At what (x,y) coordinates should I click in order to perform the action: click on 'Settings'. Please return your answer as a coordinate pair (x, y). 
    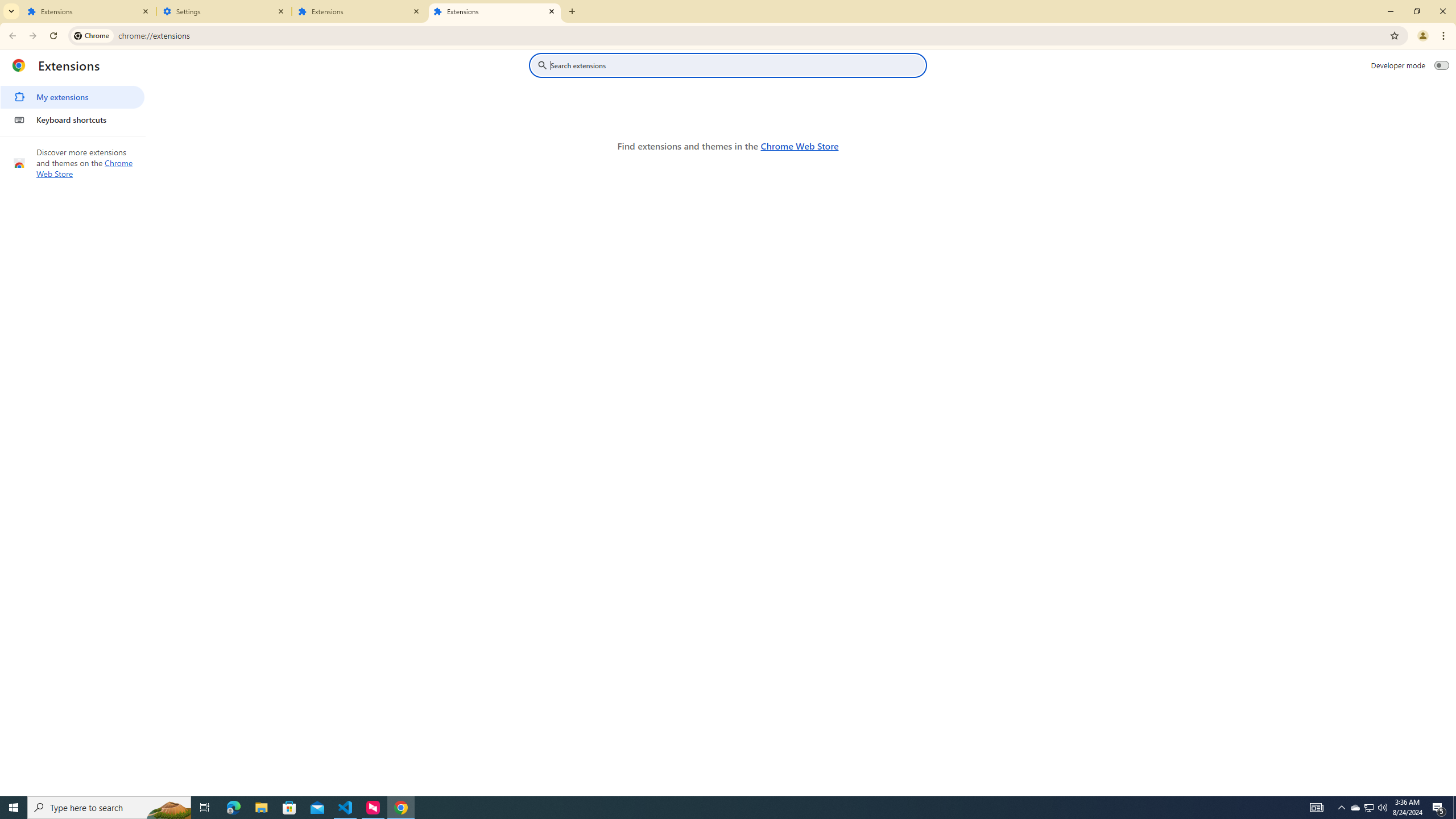
    Looking at the image, I should click on (224, 11).